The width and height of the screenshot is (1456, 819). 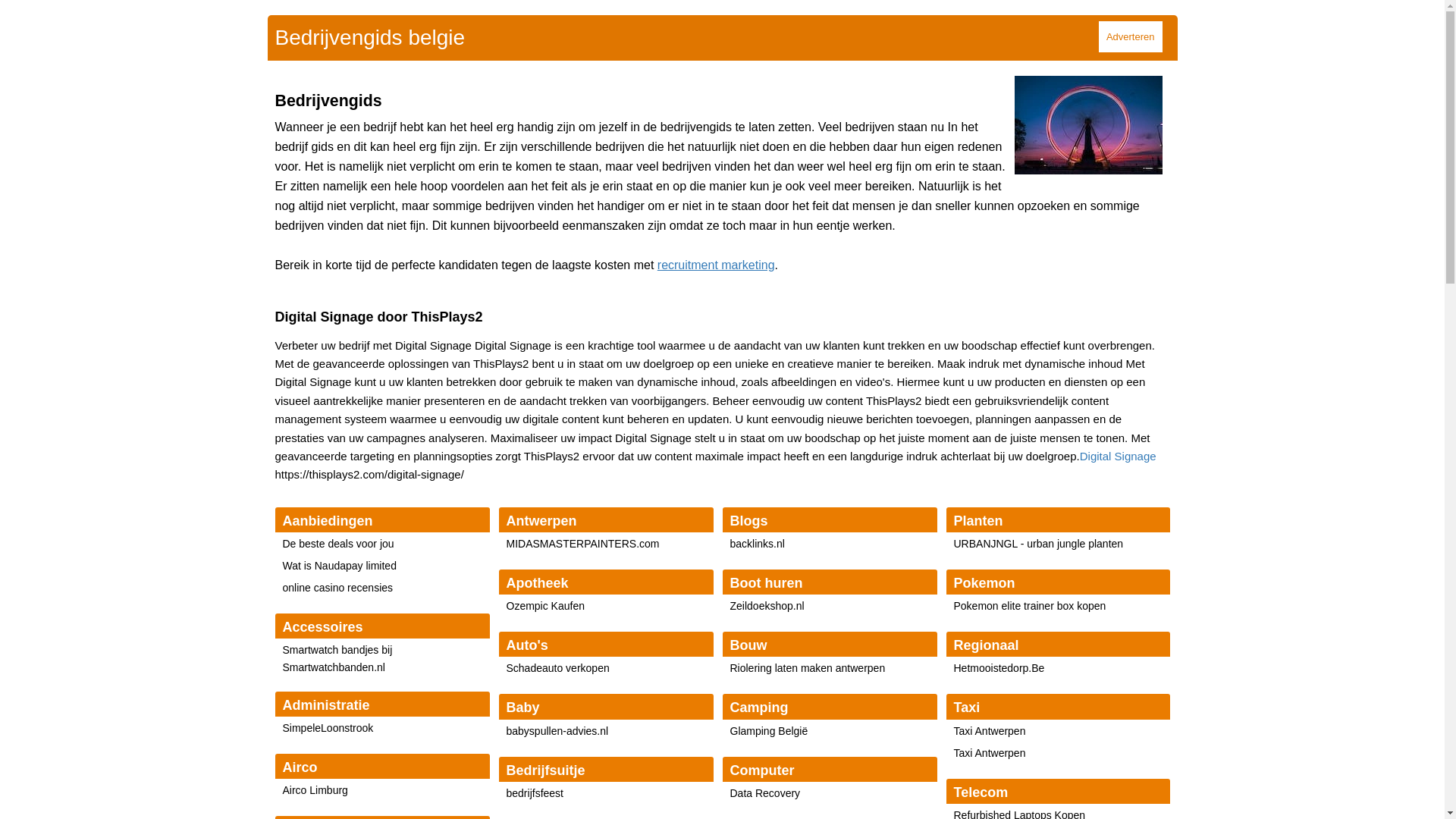 I want to click on 'Data Recovery', so click(x=764, y=792).